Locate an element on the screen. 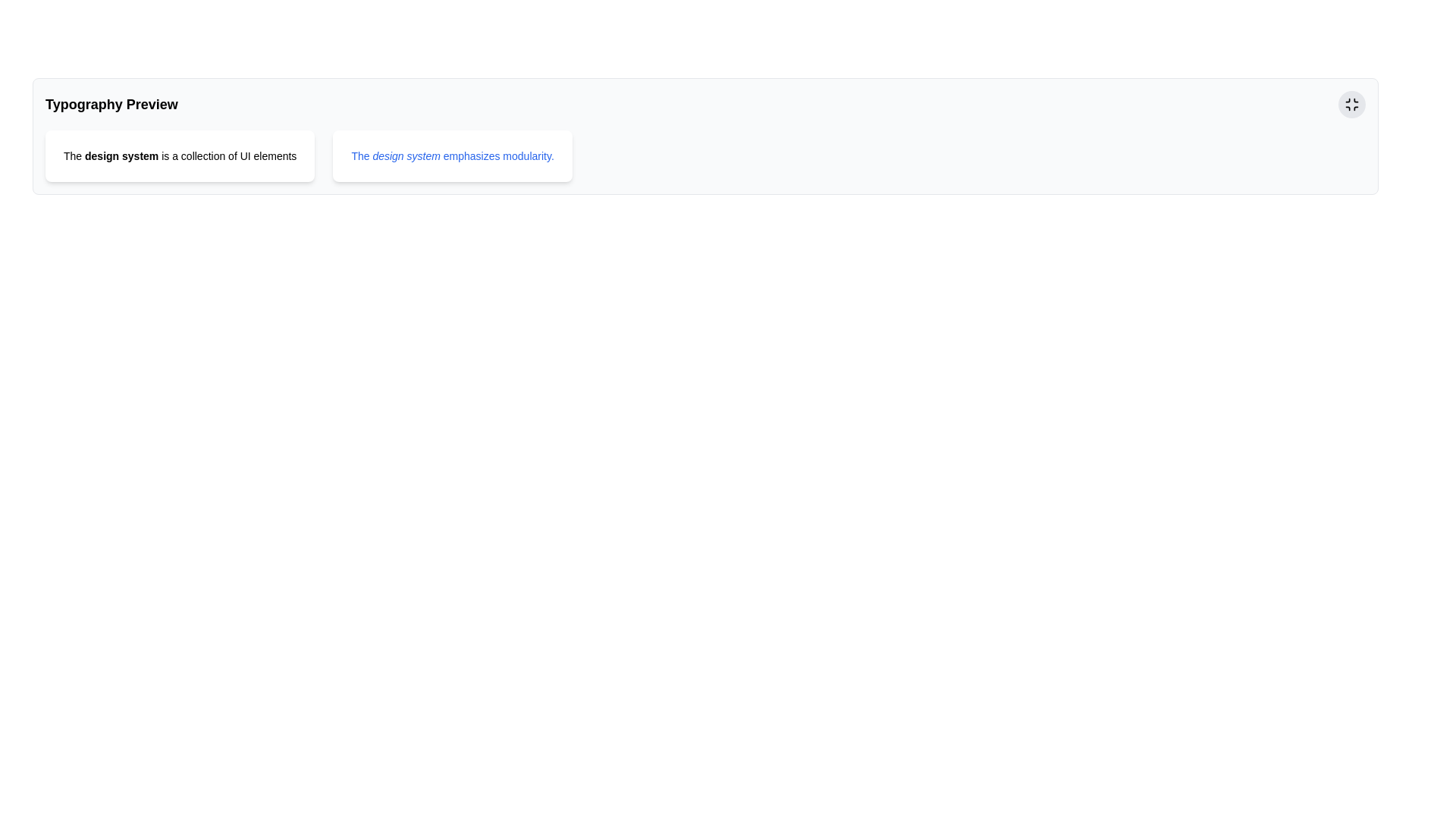  the Informational text block that contains the blue text reading 'The design system emphasizes modularity.' This block has a white background, rounded corners, and a subtle shadow effect, positioned centrally in the vertical direction to the right of another similar element is located at coordinates (452, 155).